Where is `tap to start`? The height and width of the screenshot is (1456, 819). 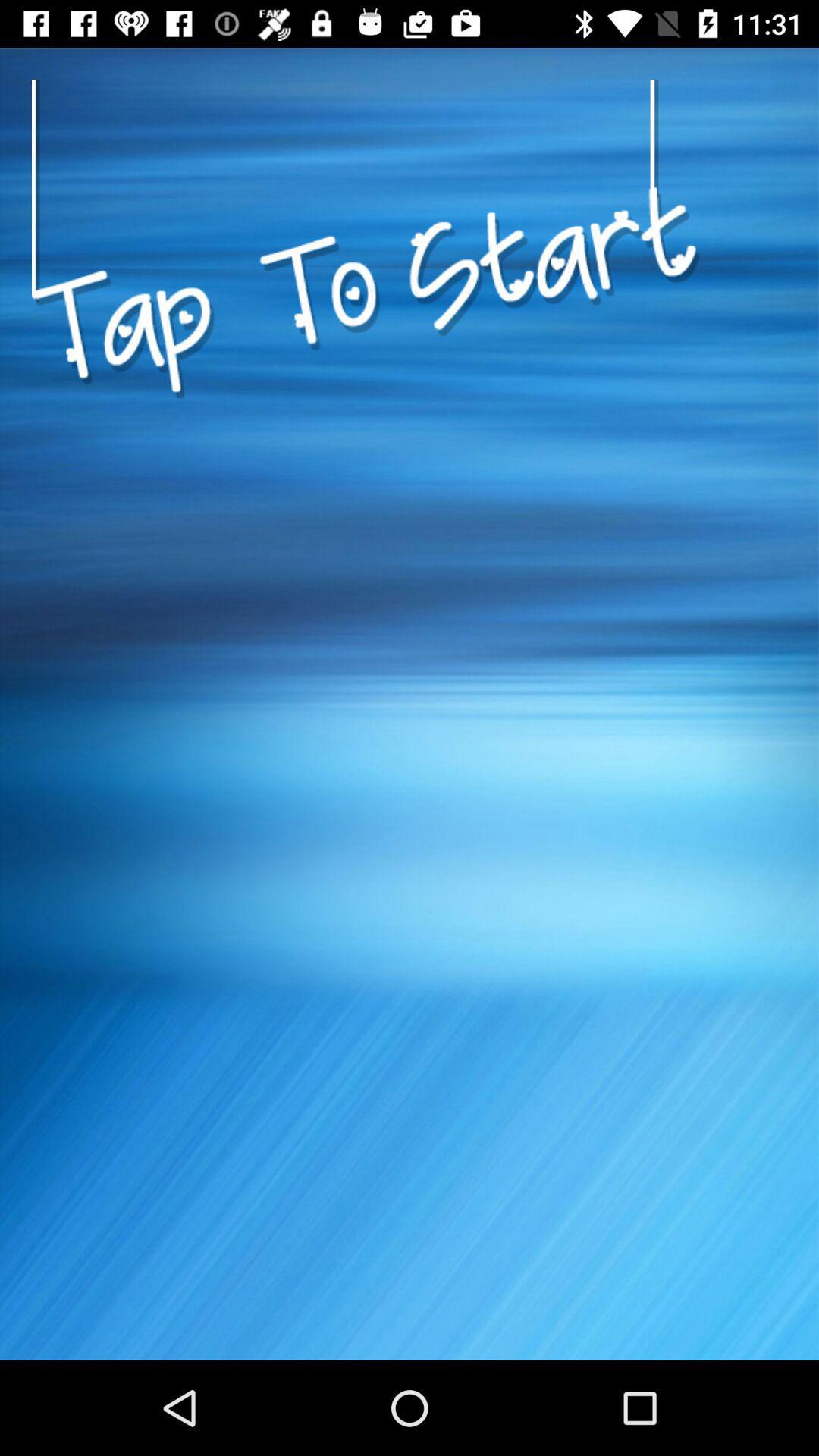 tap to start is located at coordinates (366, 465).